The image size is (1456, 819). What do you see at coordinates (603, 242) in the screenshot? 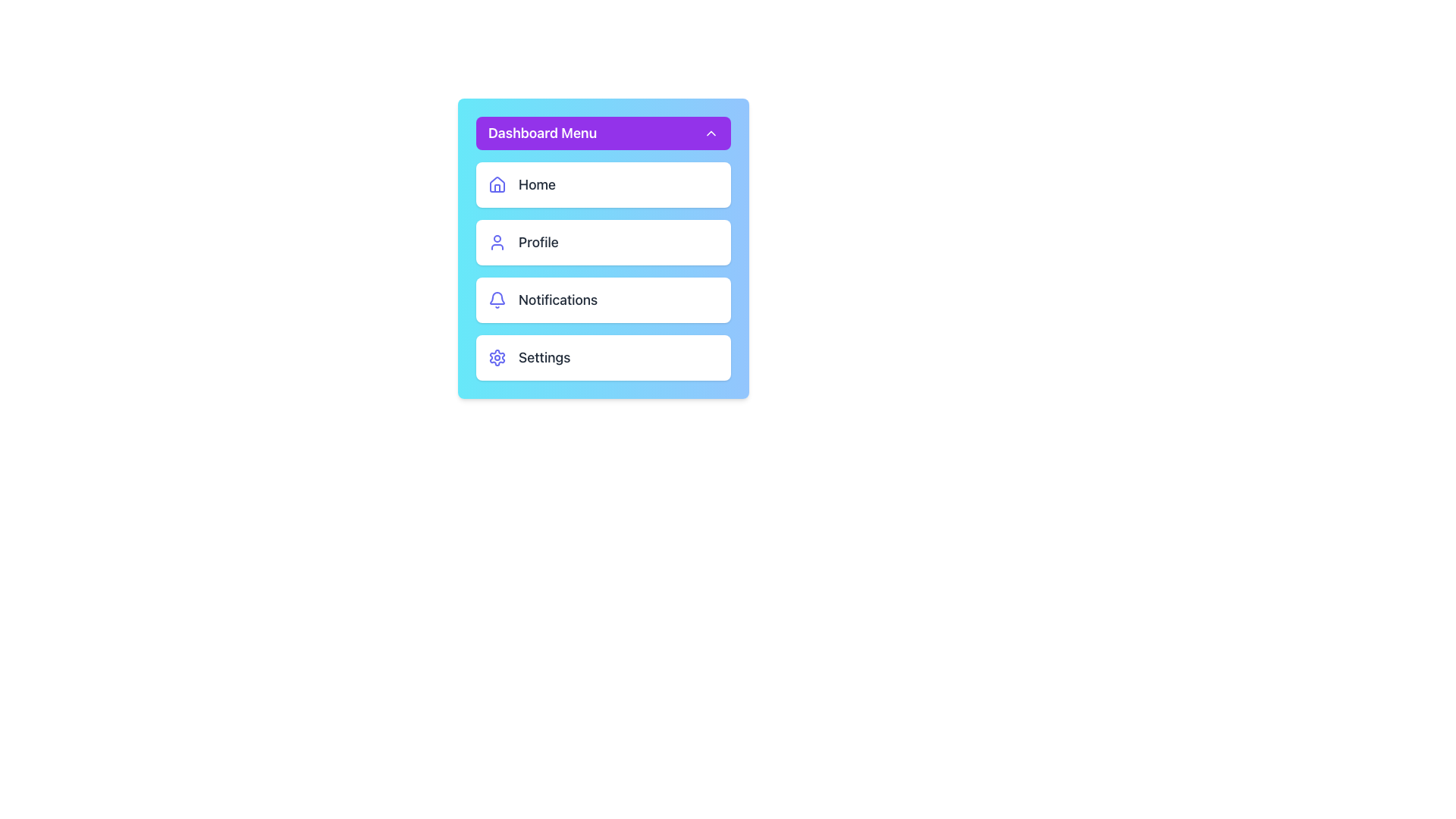
I see `the 'Profile' navigation item` at bounding box center [603, 242].